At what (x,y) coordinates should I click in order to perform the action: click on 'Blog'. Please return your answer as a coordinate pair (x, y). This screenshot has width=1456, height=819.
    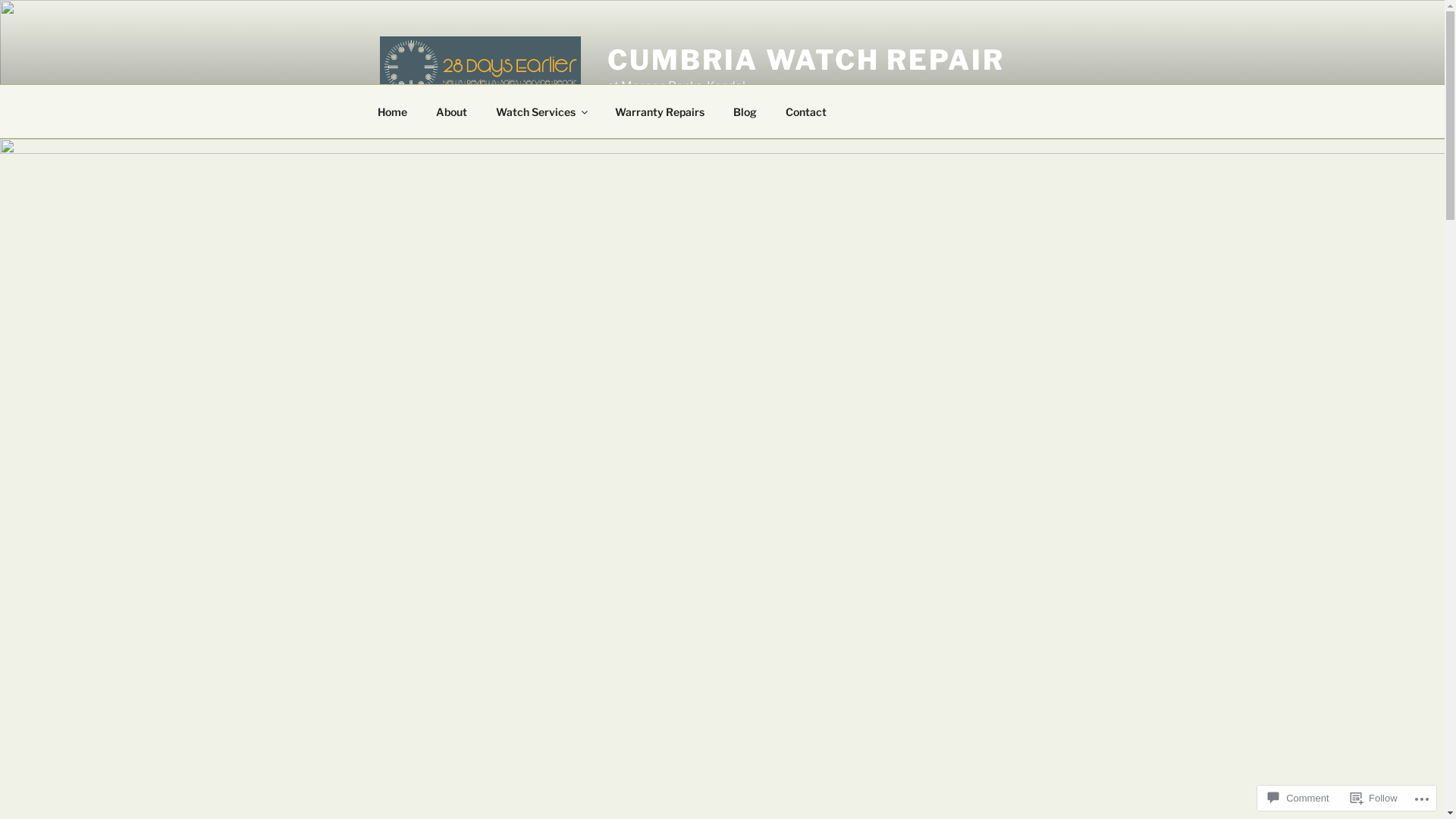
    Looking at the image, I should click on (745, 110).